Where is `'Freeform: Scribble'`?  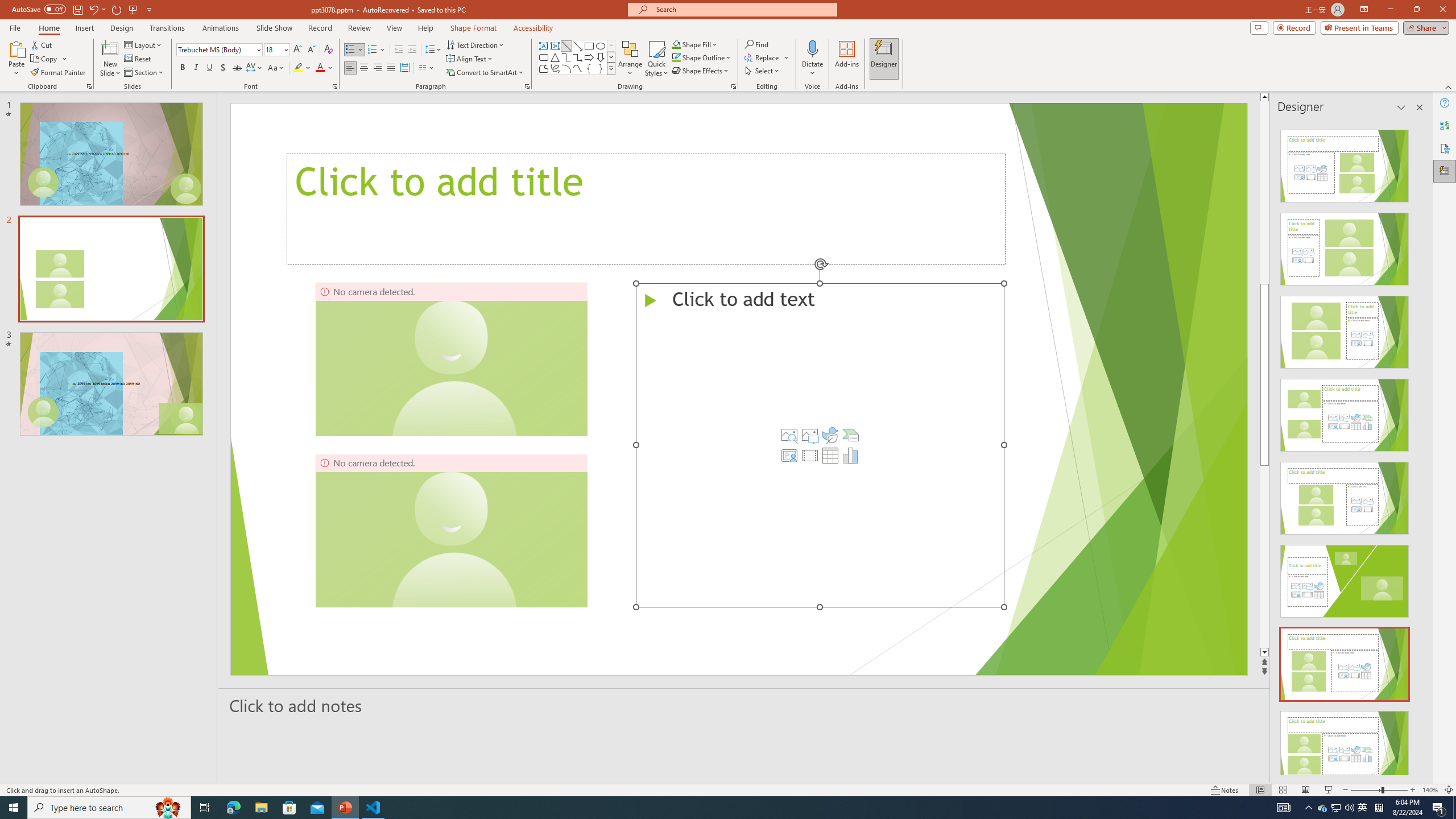 'Freeform: Scribble' is located at coordinates (554, 68).